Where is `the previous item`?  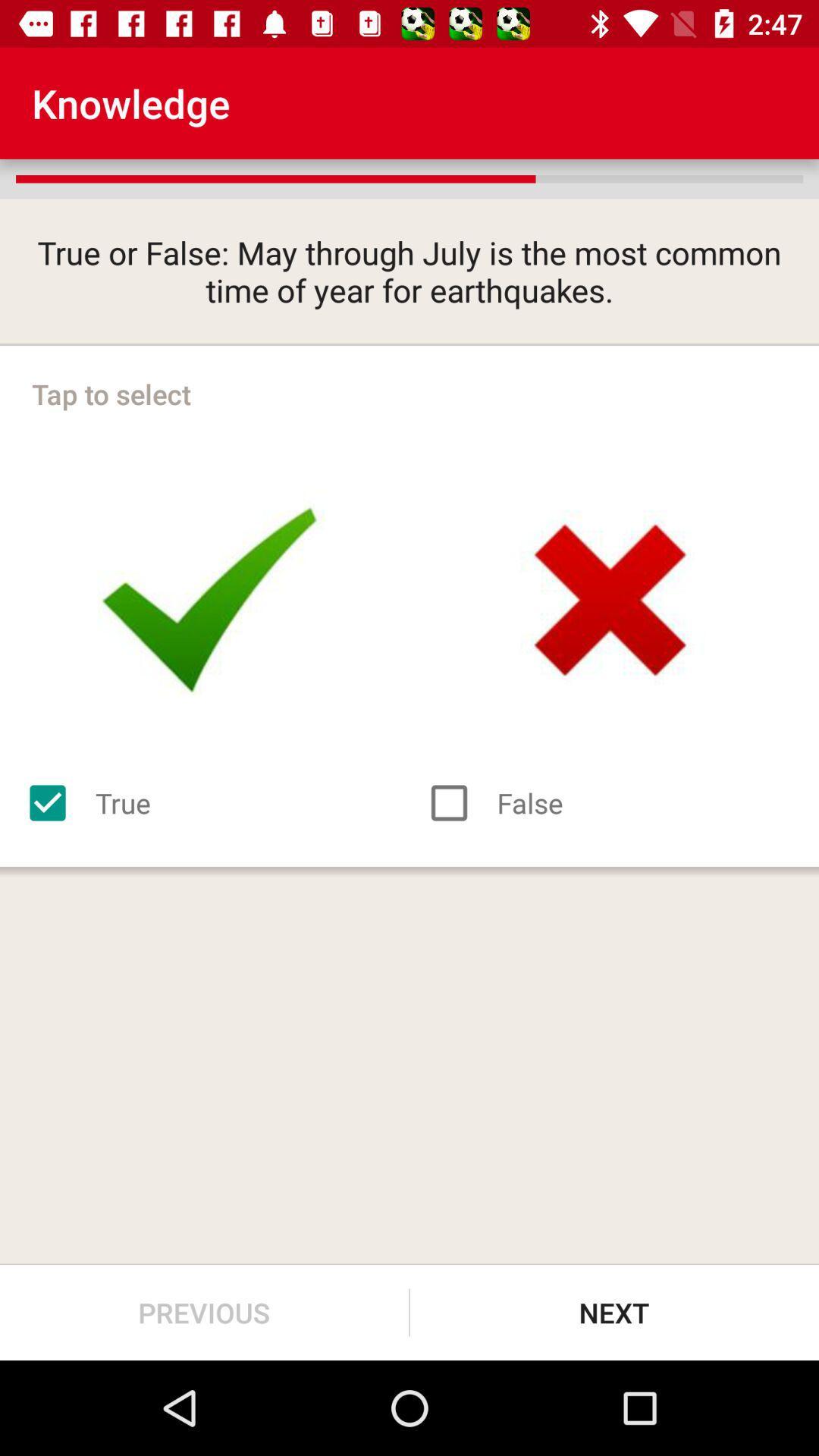
the previous item is located at coordinates (203, 1312).